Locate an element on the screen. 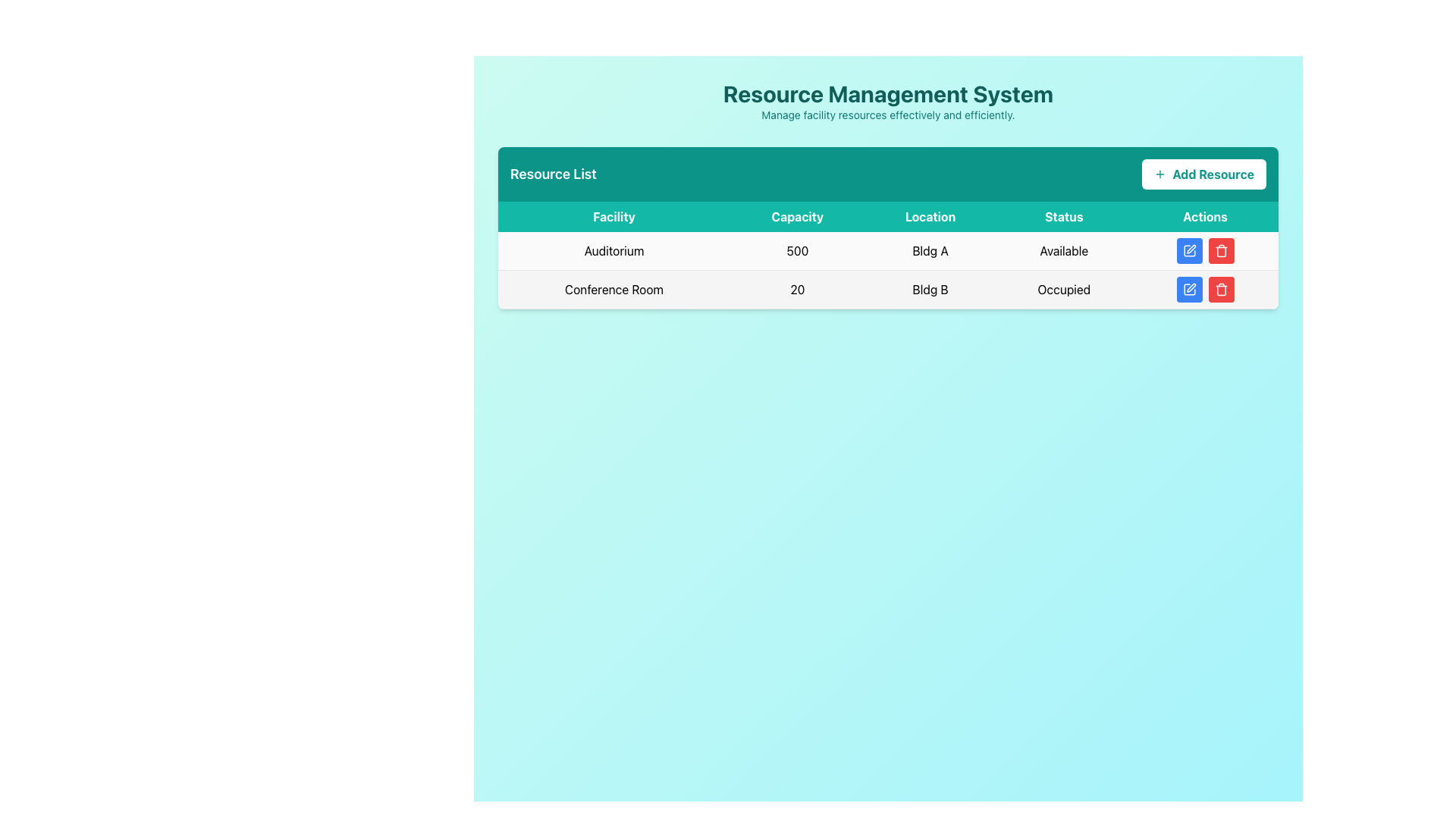 This screenshot has height=819, width=1456. the red square delete button with a trash can symbol in the 'Actions' column of the resource table for the 'Conference Room' entry is located at coordinates (1221, 250).